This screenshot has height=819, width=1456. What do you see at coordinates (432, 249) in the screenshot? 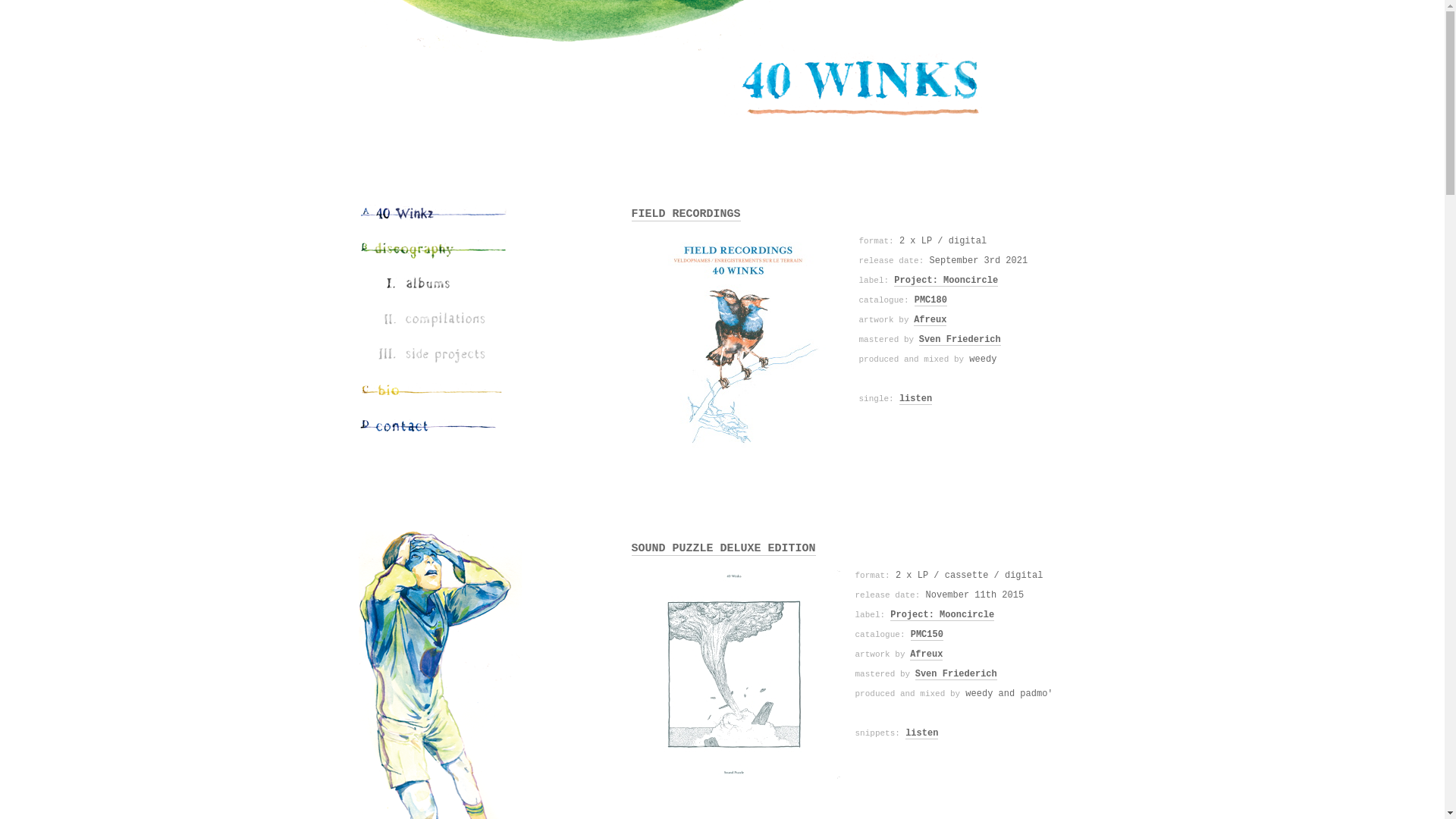
I see `'Discography'` at bounding box center [432, 249].